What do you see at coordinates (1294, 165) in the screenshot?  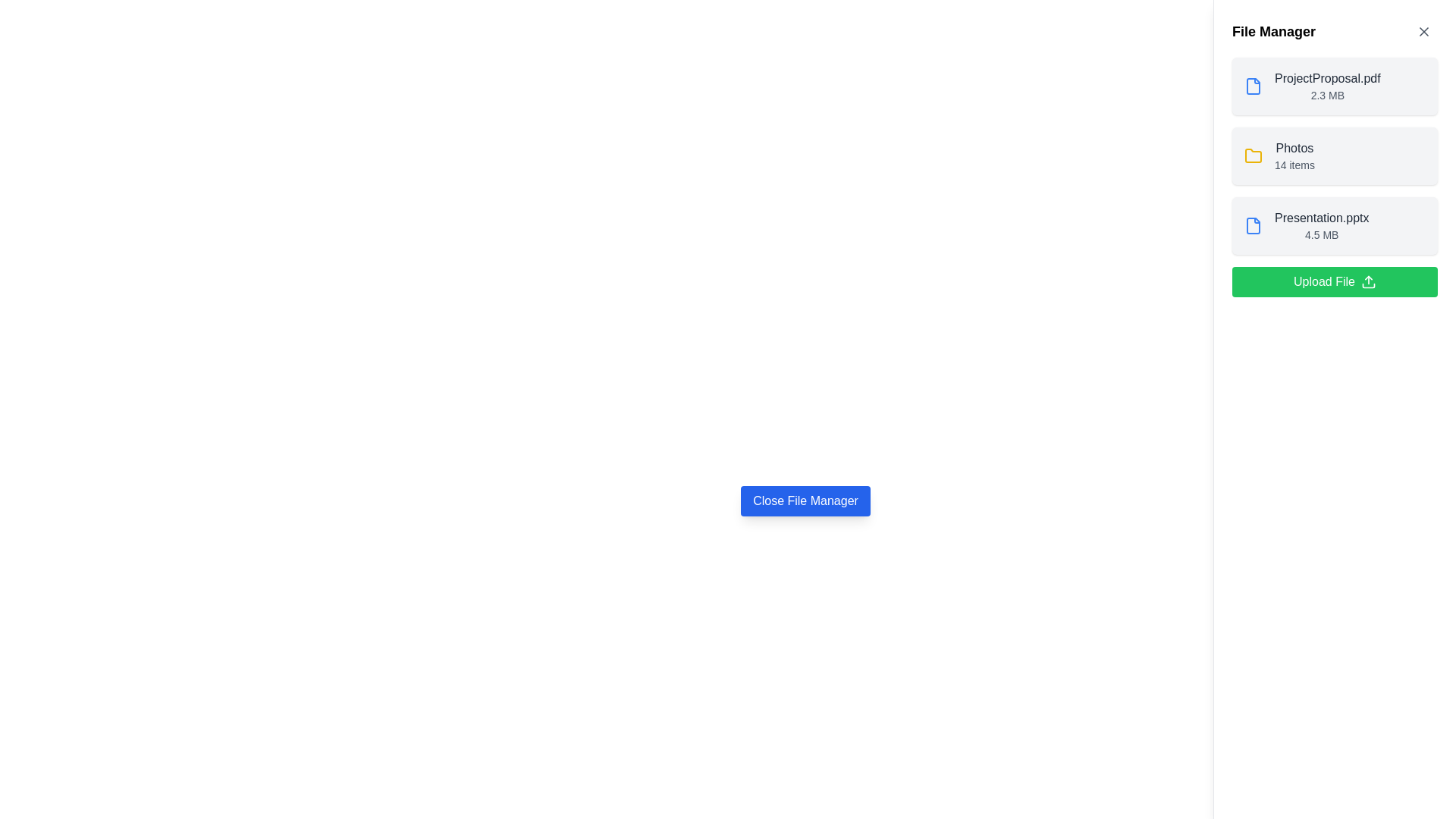 I see `the Text label indicating the number of items in the 'Photos' folder located below the 'Photos' folder in the 'File Manager' section` at bounding box center [1294, 165].